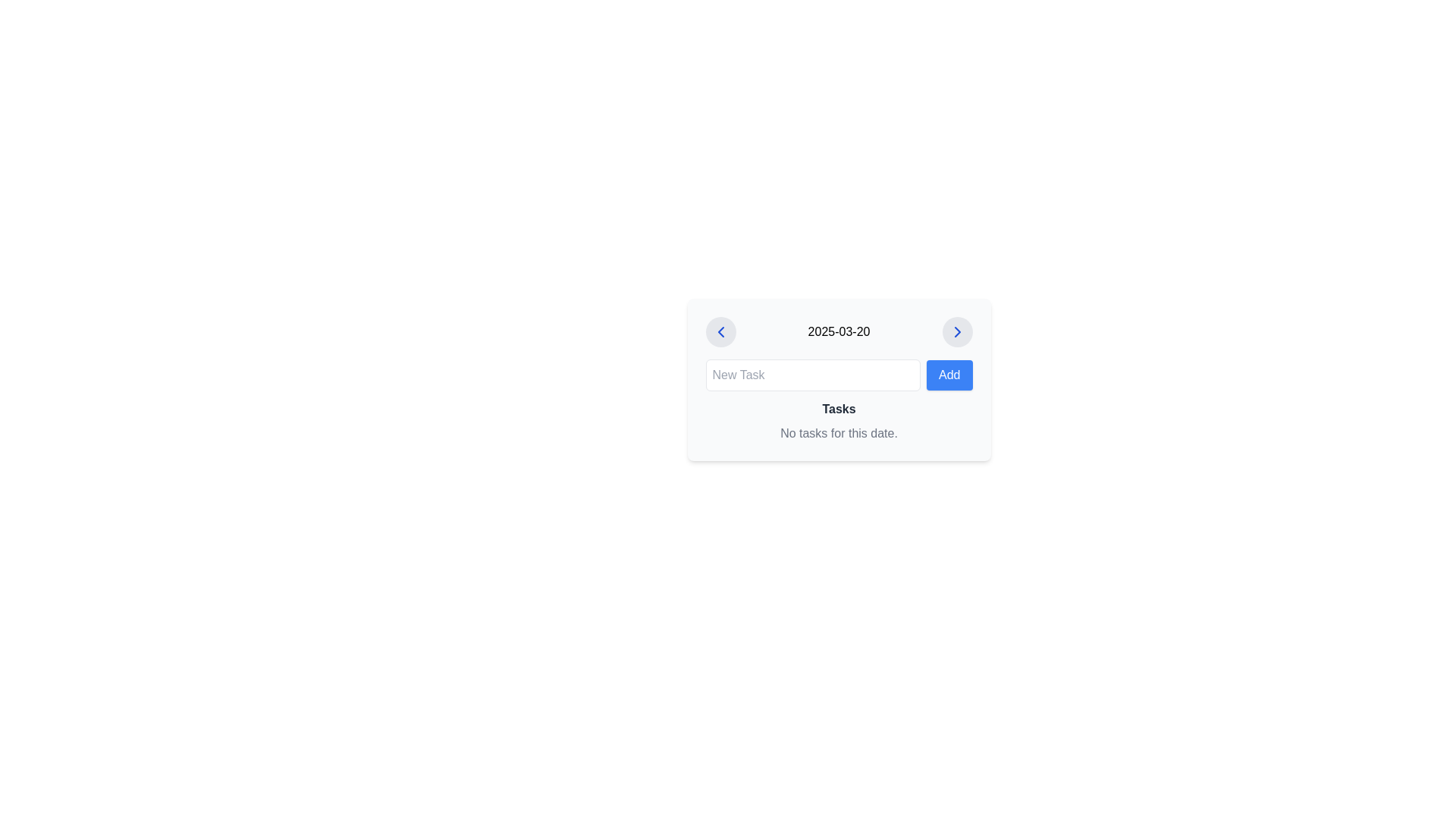  Describe the element at coordinates (838, 409) in the screenshot. I see `the text header labeled 'Tasks', which is bold, dark gray, and larger than the text below it, positioned near the center of the interface panel` at that location.